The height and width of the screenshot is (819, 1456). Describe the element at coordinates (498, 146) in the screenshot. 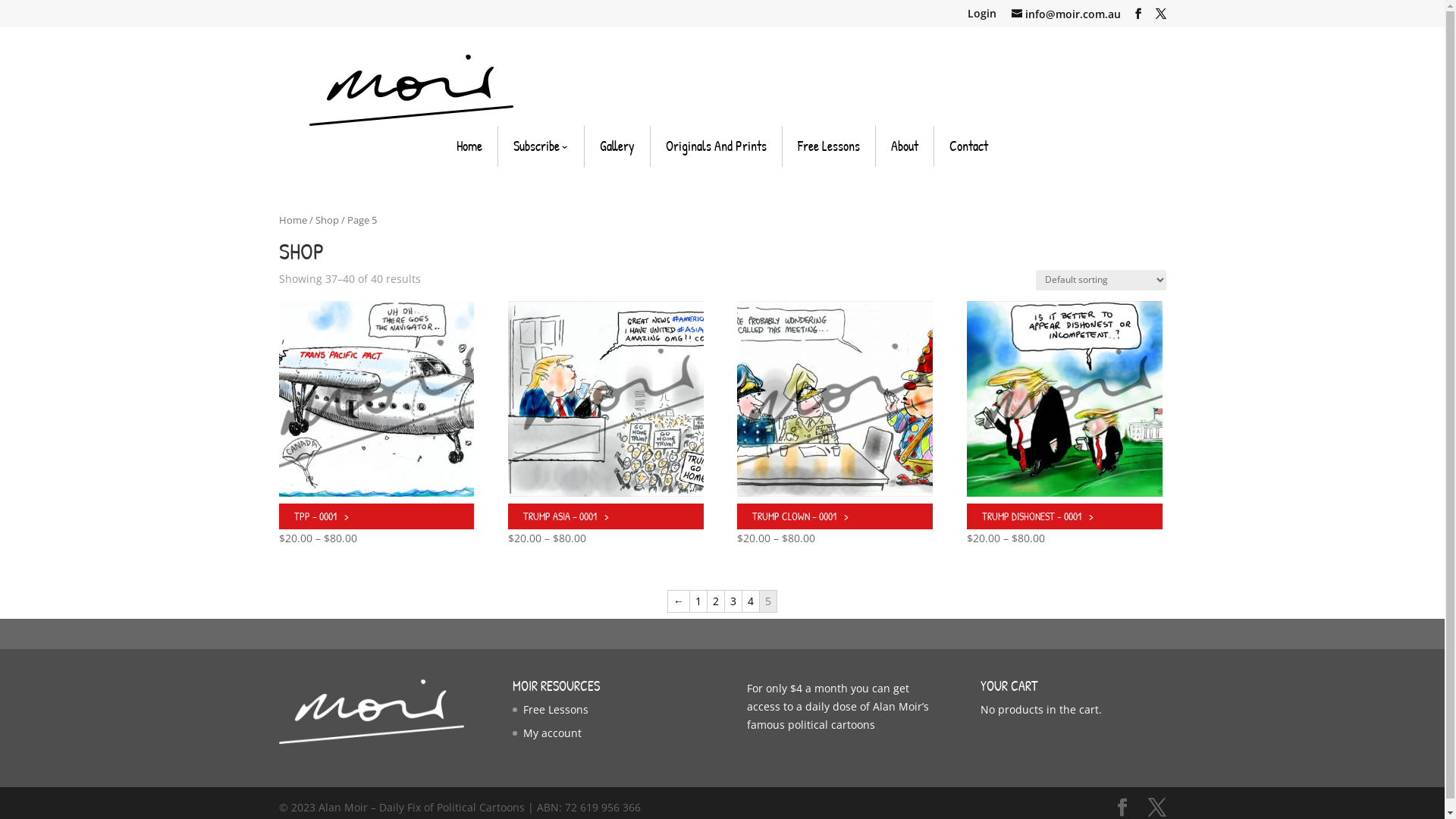

I see `'Subscribe'` at that location.